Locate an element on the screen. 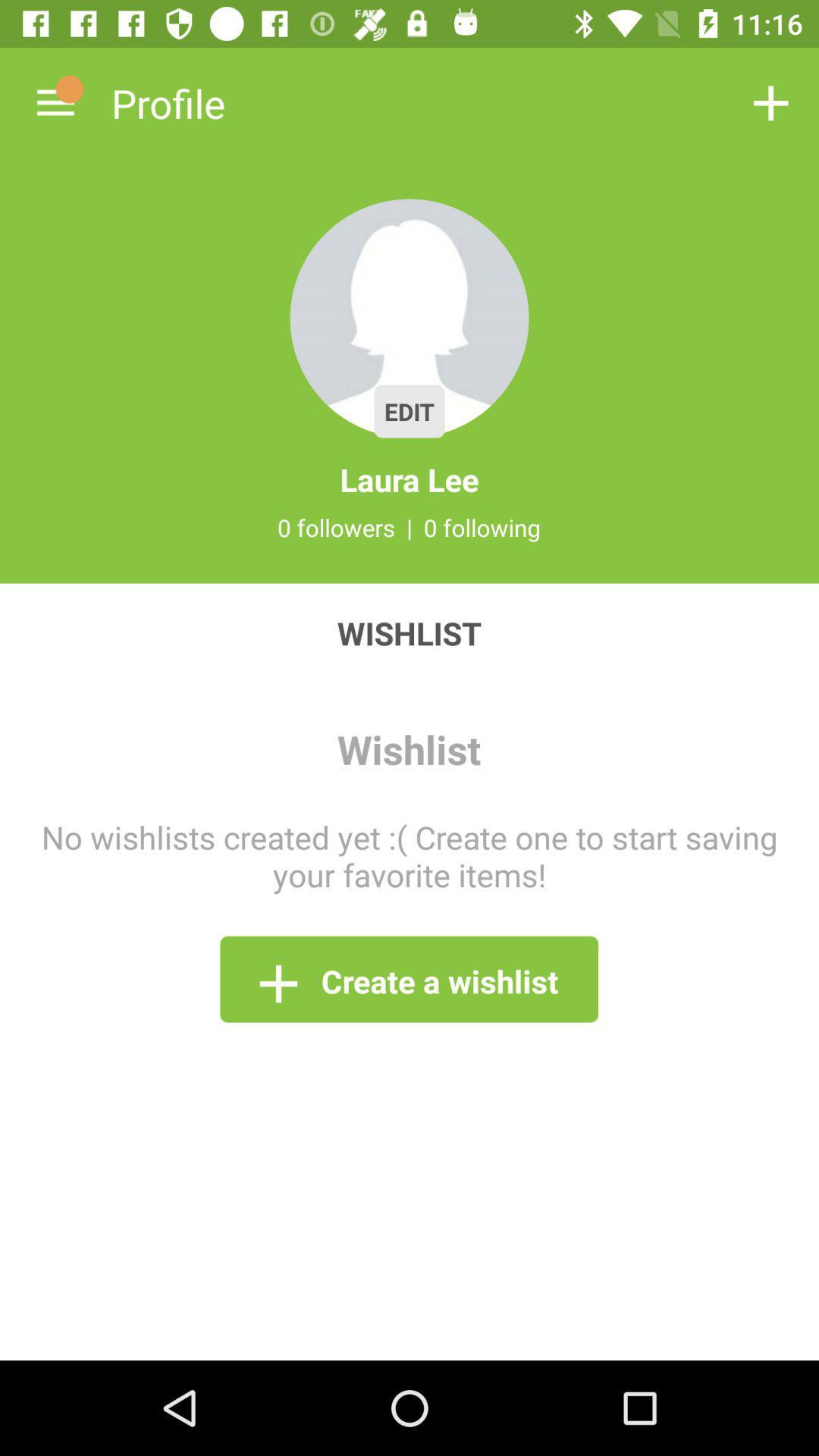  item above wishlist item is located at coordinates (482, 527).